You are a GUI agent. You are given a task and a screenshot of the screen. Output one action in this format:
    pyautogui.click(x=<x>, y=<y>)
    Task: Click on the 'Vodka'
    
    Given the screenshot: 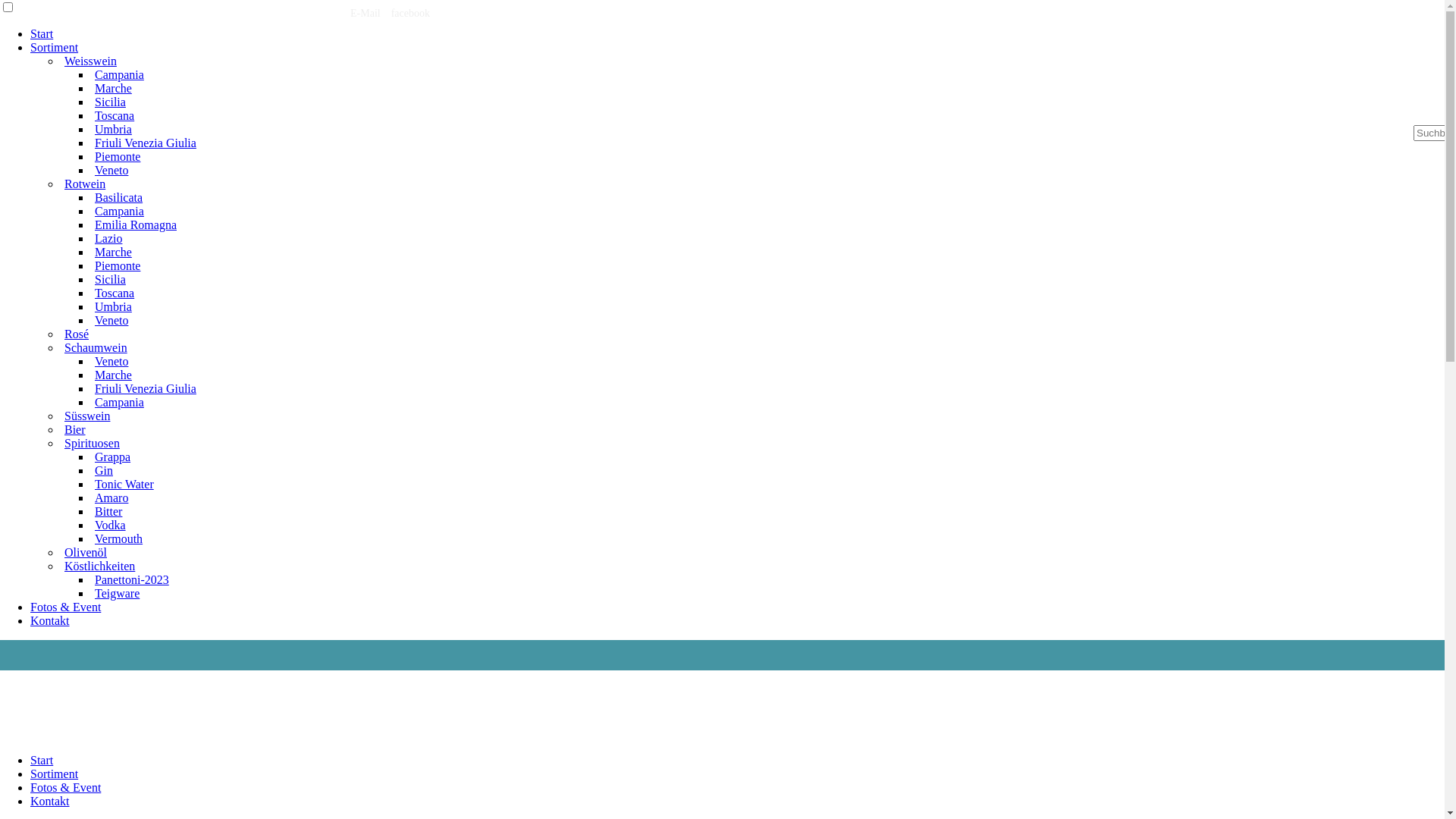 What is the action you would take?
    pyautogui.click(x=109, y=524)
    